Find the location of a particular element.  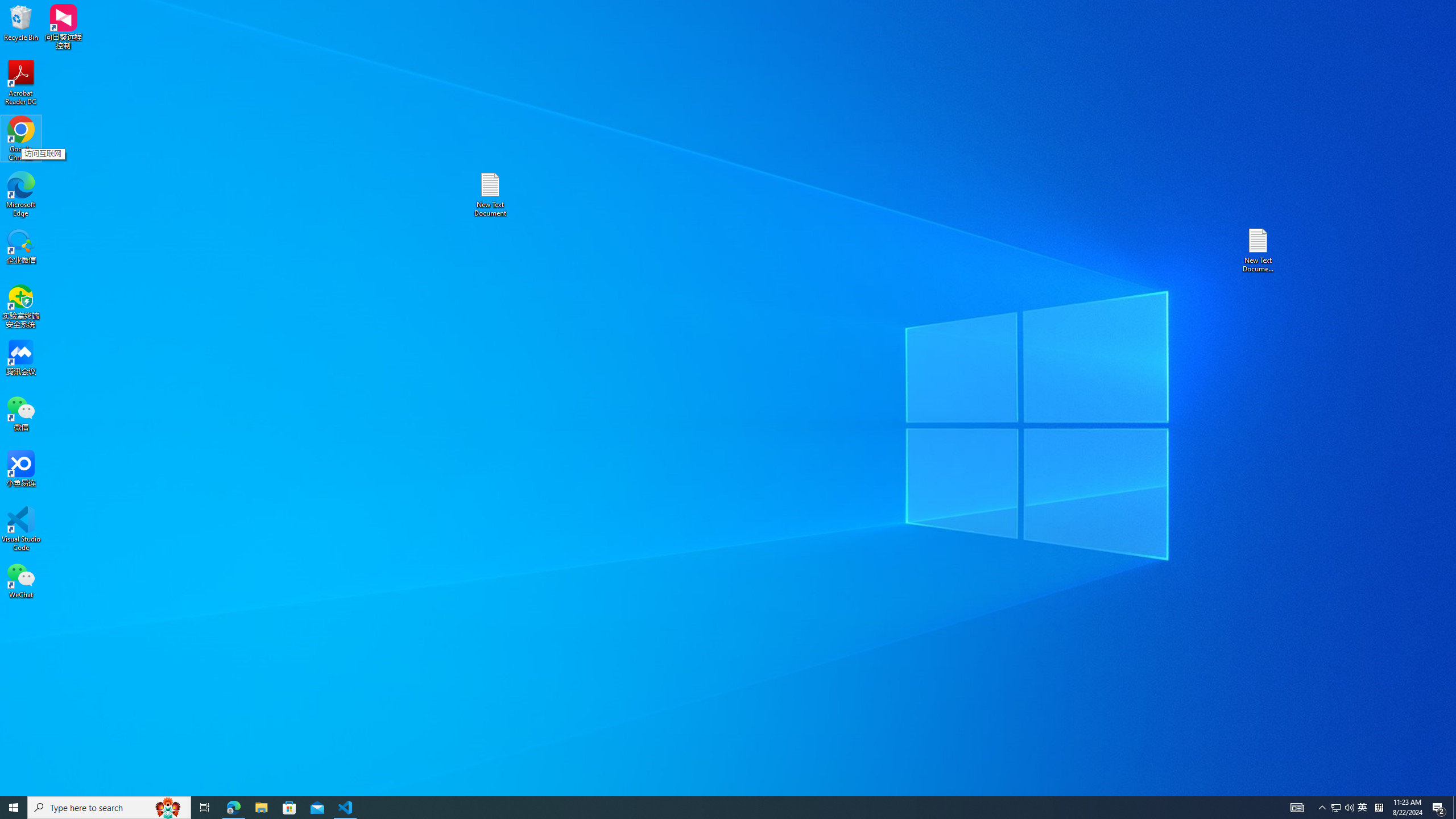

'Search highlights icon opens search home window' is located at coordinates (167, 806).